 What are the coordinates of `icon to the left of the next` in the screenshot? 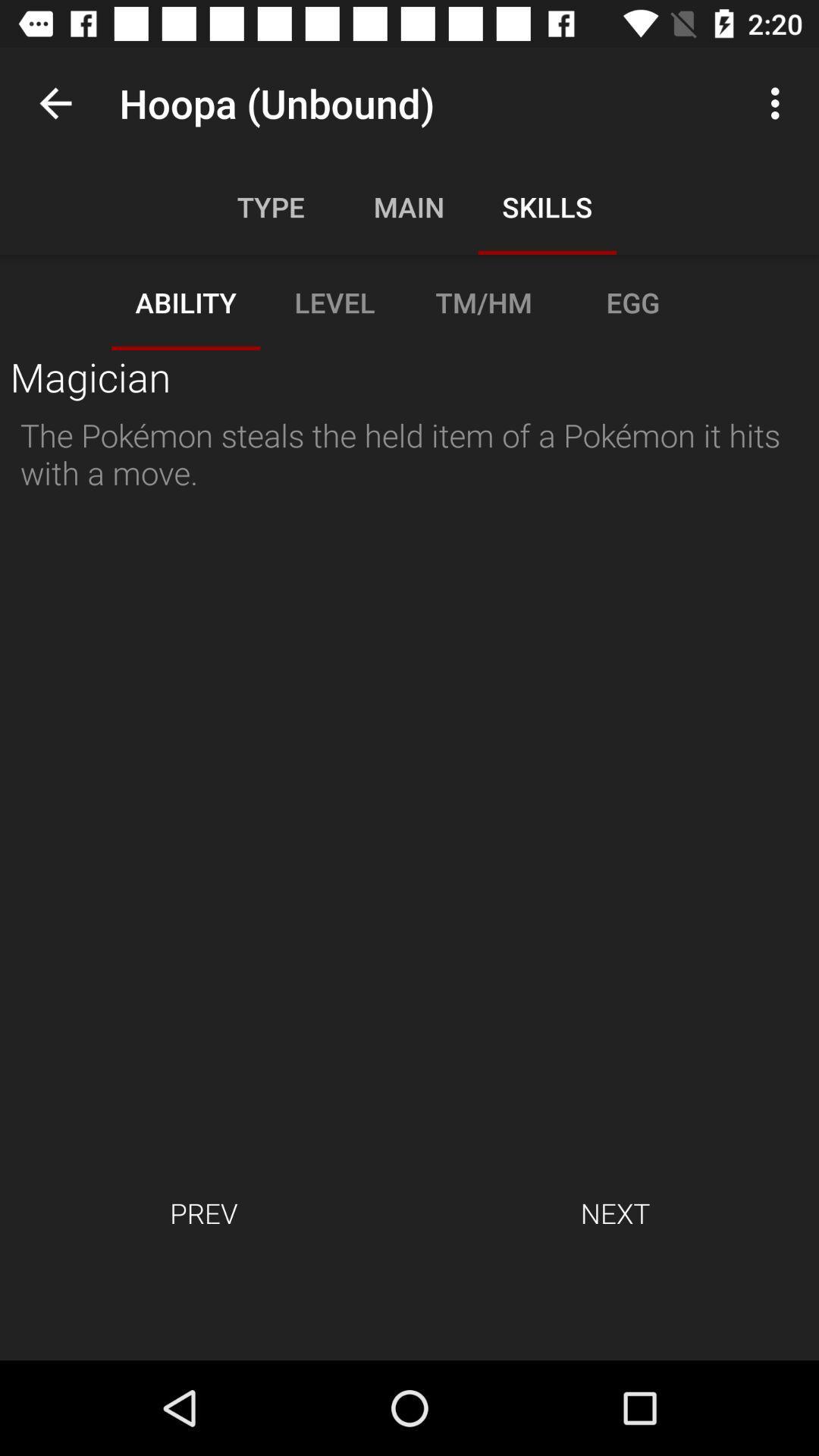 It's located at (202, 1212).